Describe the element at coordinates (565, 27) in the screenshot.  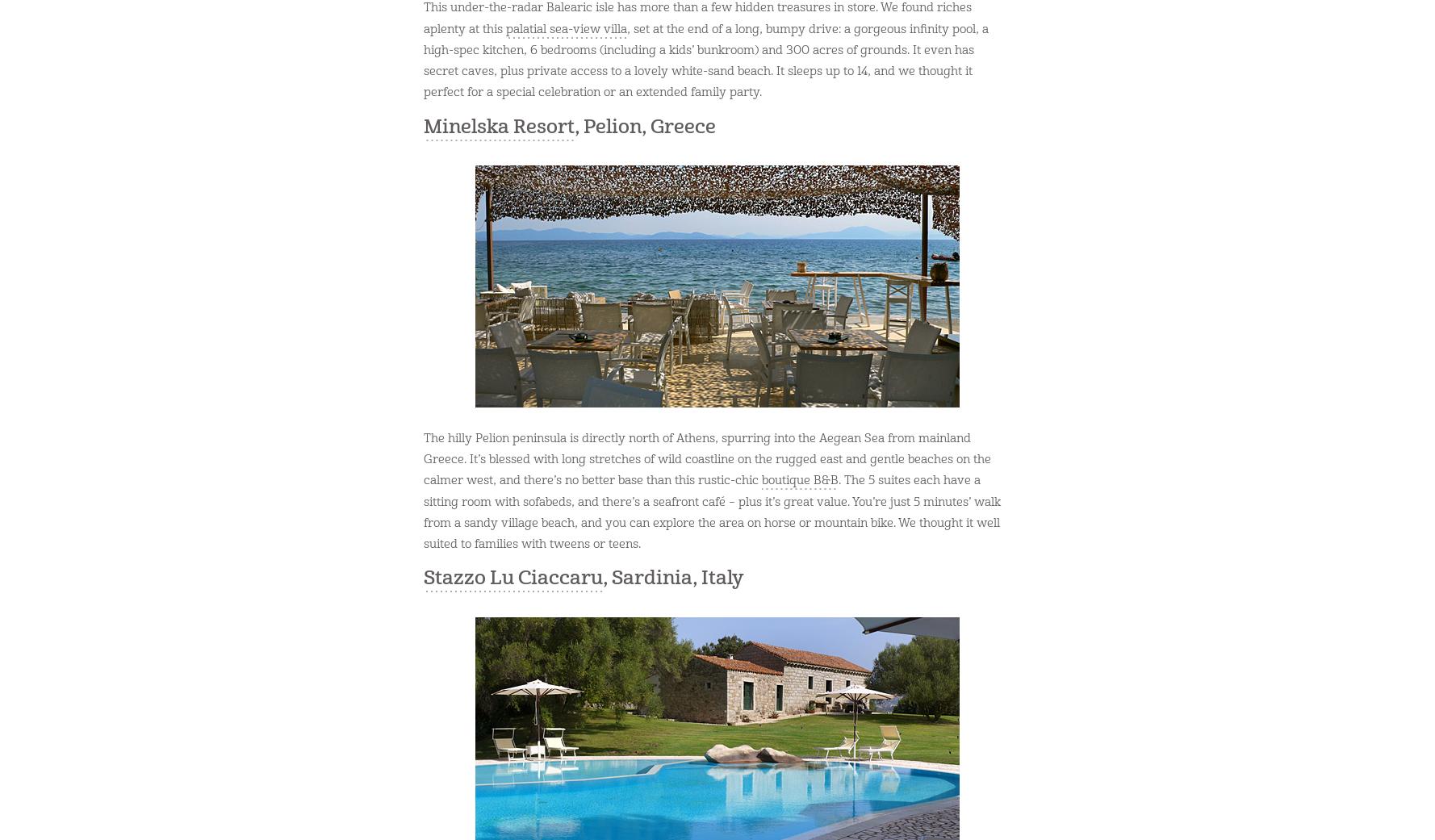
I see `'palatial sea-view villa'` at that location.